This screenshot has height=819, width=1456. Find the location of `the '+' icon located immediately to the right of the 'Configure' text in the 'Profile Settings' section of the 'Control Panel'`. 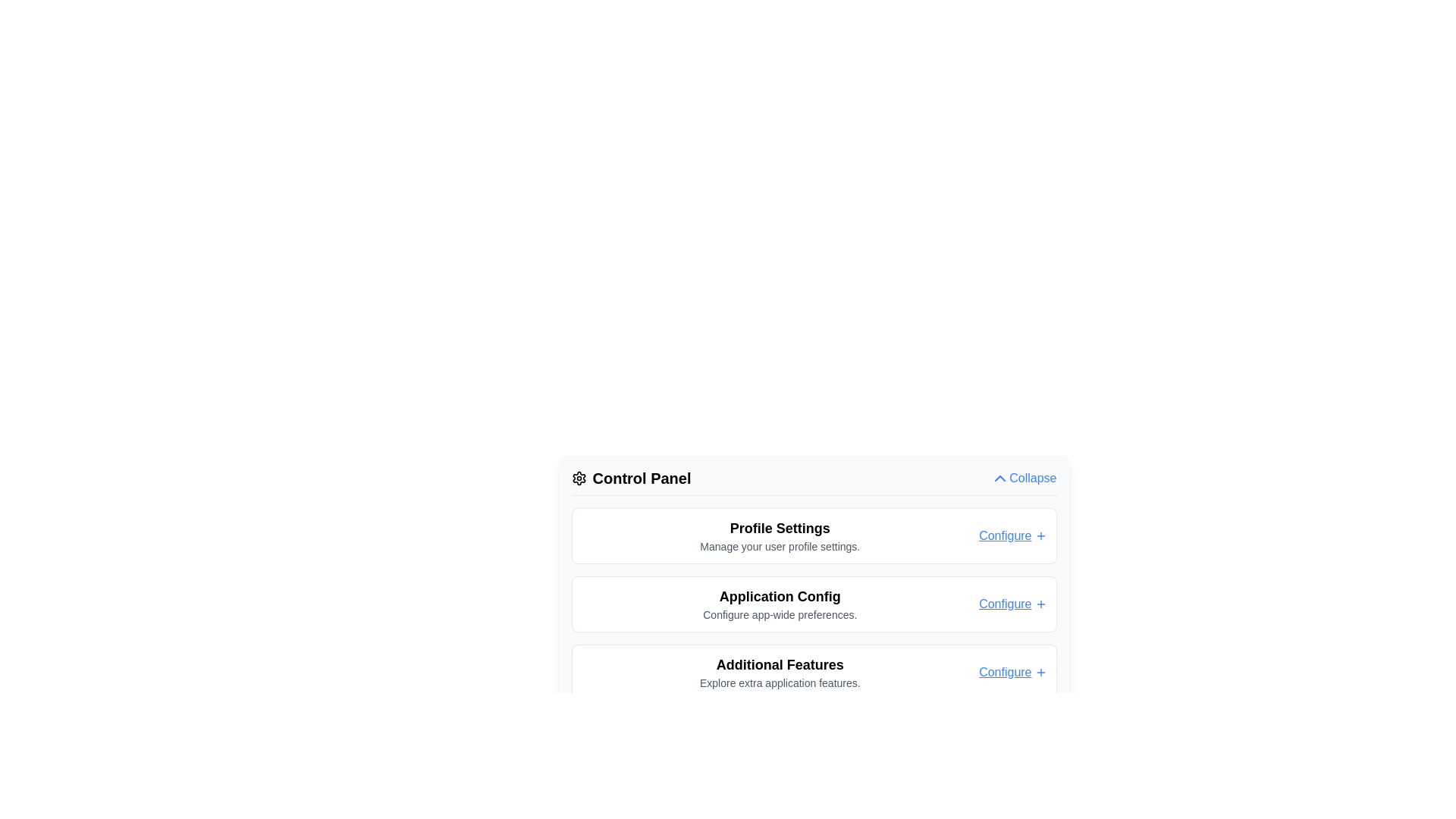

the '+' icon located immediately to the right of the 'Configure' text in the 'Profile Settings' section of the 'Control Panel' is located at coordinates (1040, 535).